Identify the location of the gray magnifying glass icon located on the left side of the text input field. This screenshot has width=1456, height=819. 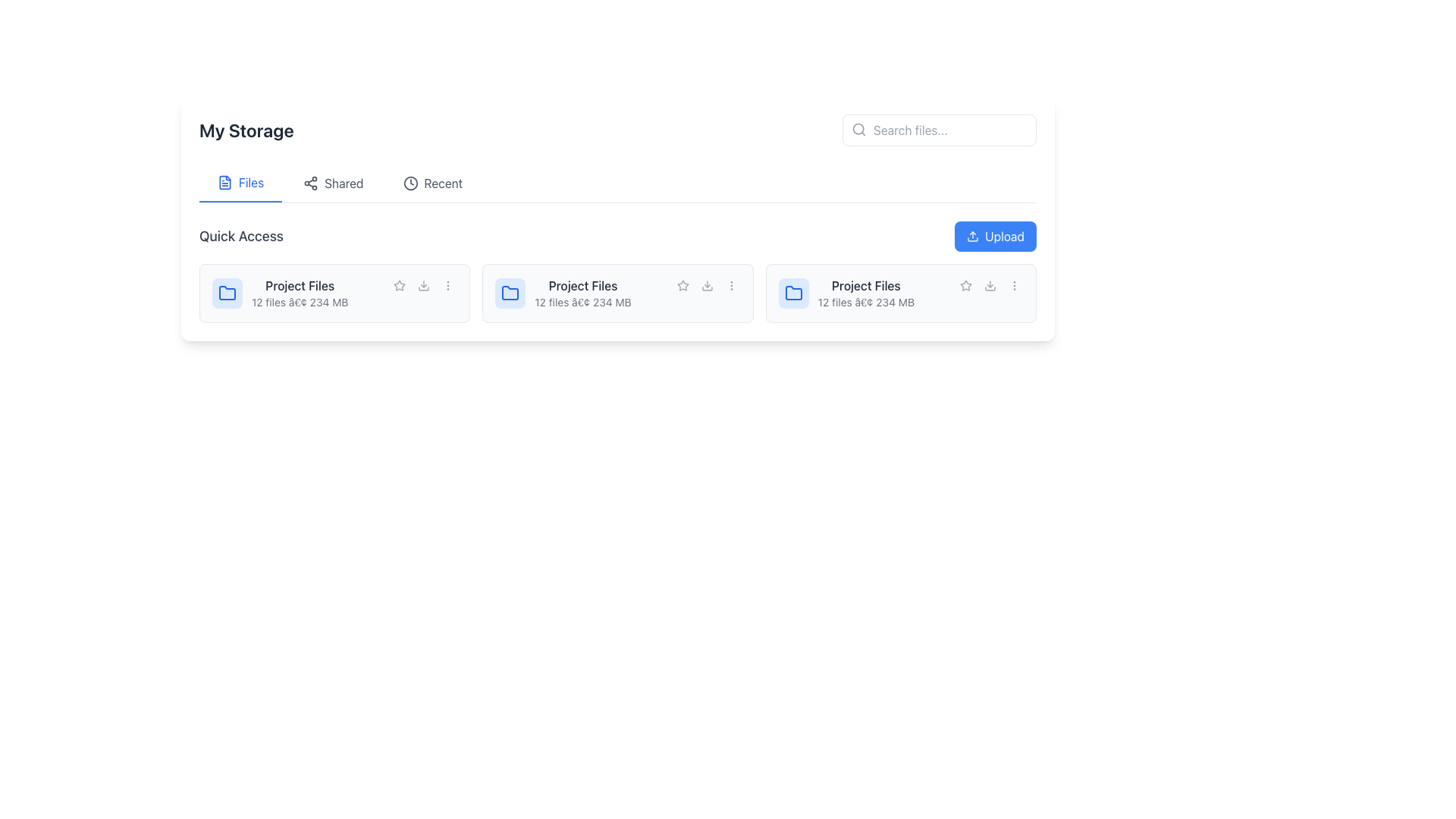
(858, 128).